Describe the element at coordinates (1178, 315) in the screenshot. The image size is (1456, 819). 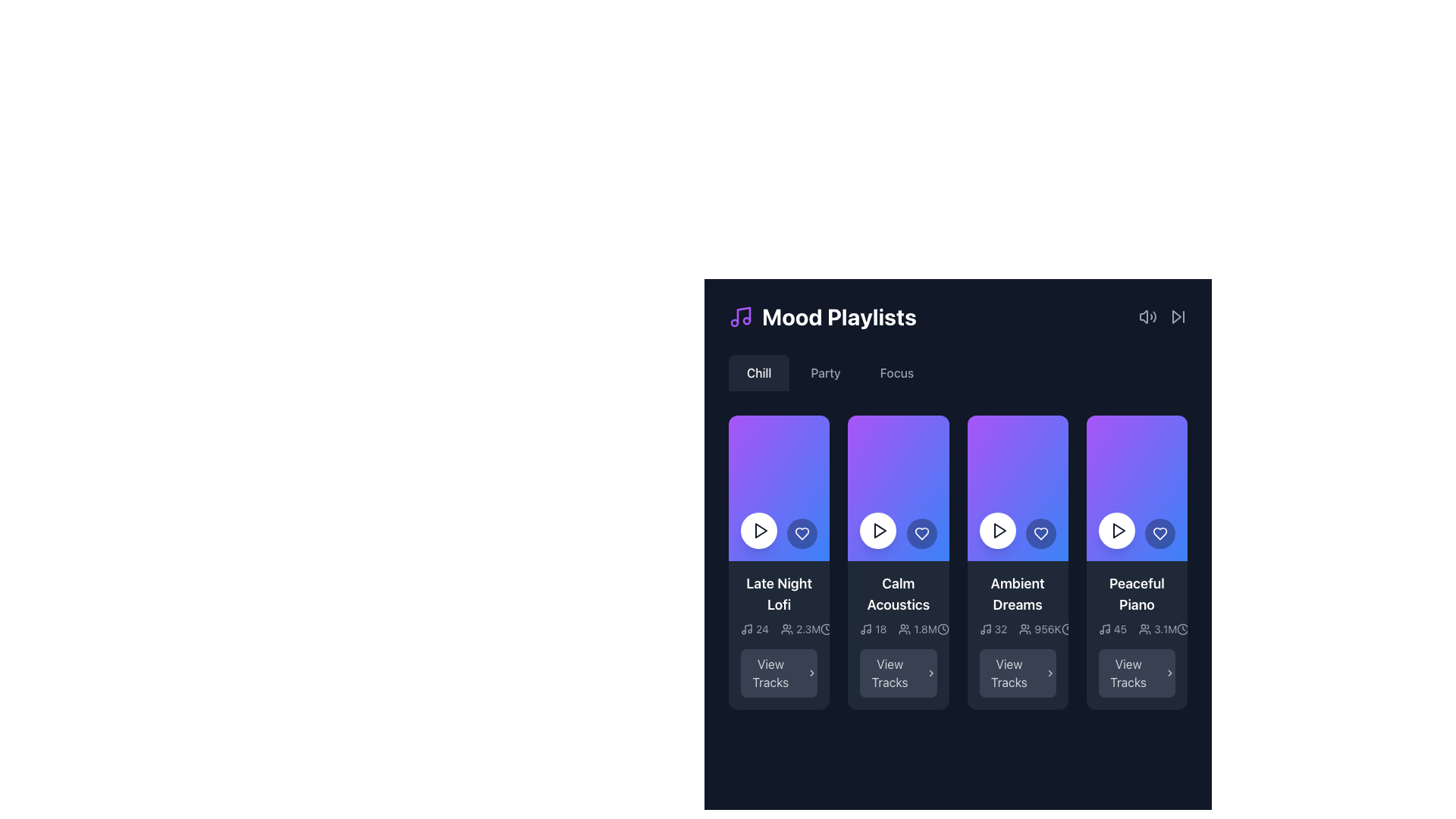
I see `the skip-forward icon button located in the top-right corner of the interface` at that location.